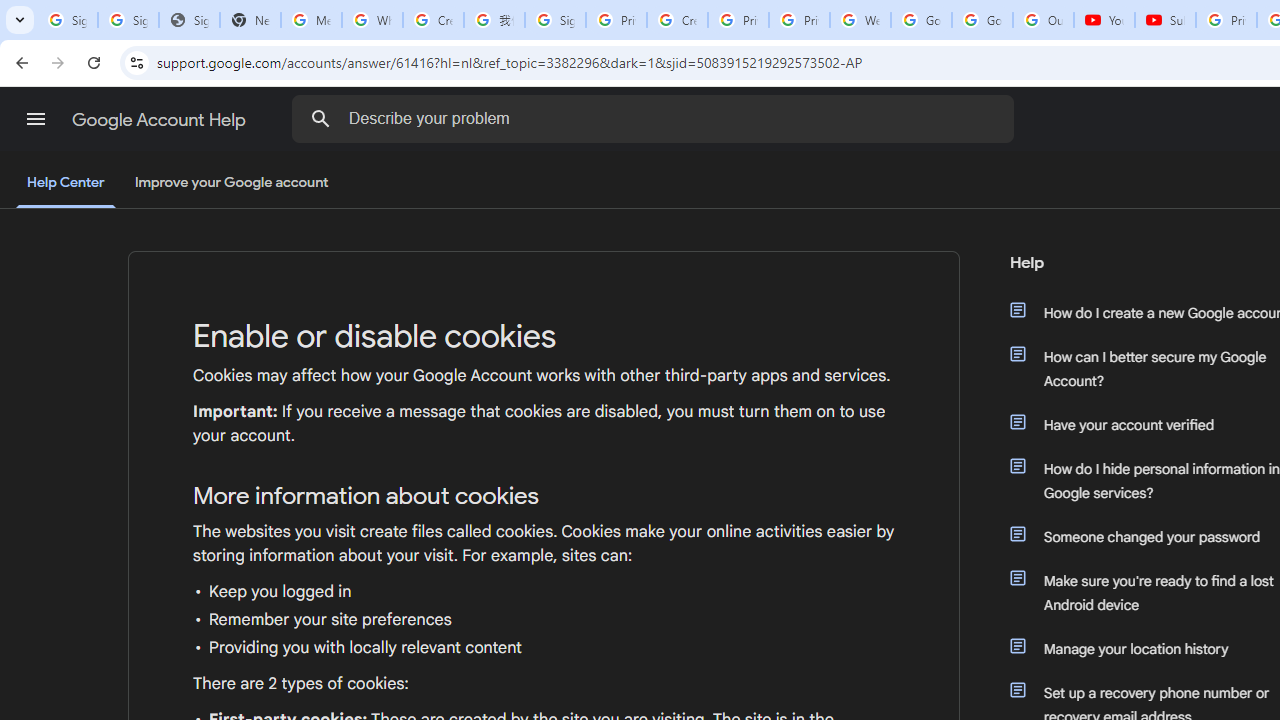 This screenshot has height=720, width=1280. Describe the element at coordinates (1165, 20) in the screenshot. I see `'Subscriptions - YouTube'` at that location.